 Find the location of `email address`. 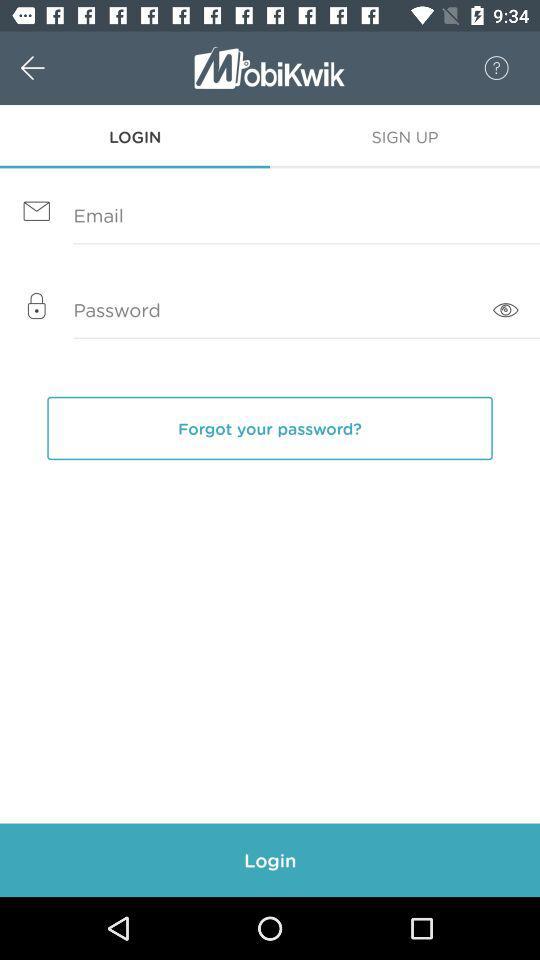

email address is located at coordinates (270, 216).